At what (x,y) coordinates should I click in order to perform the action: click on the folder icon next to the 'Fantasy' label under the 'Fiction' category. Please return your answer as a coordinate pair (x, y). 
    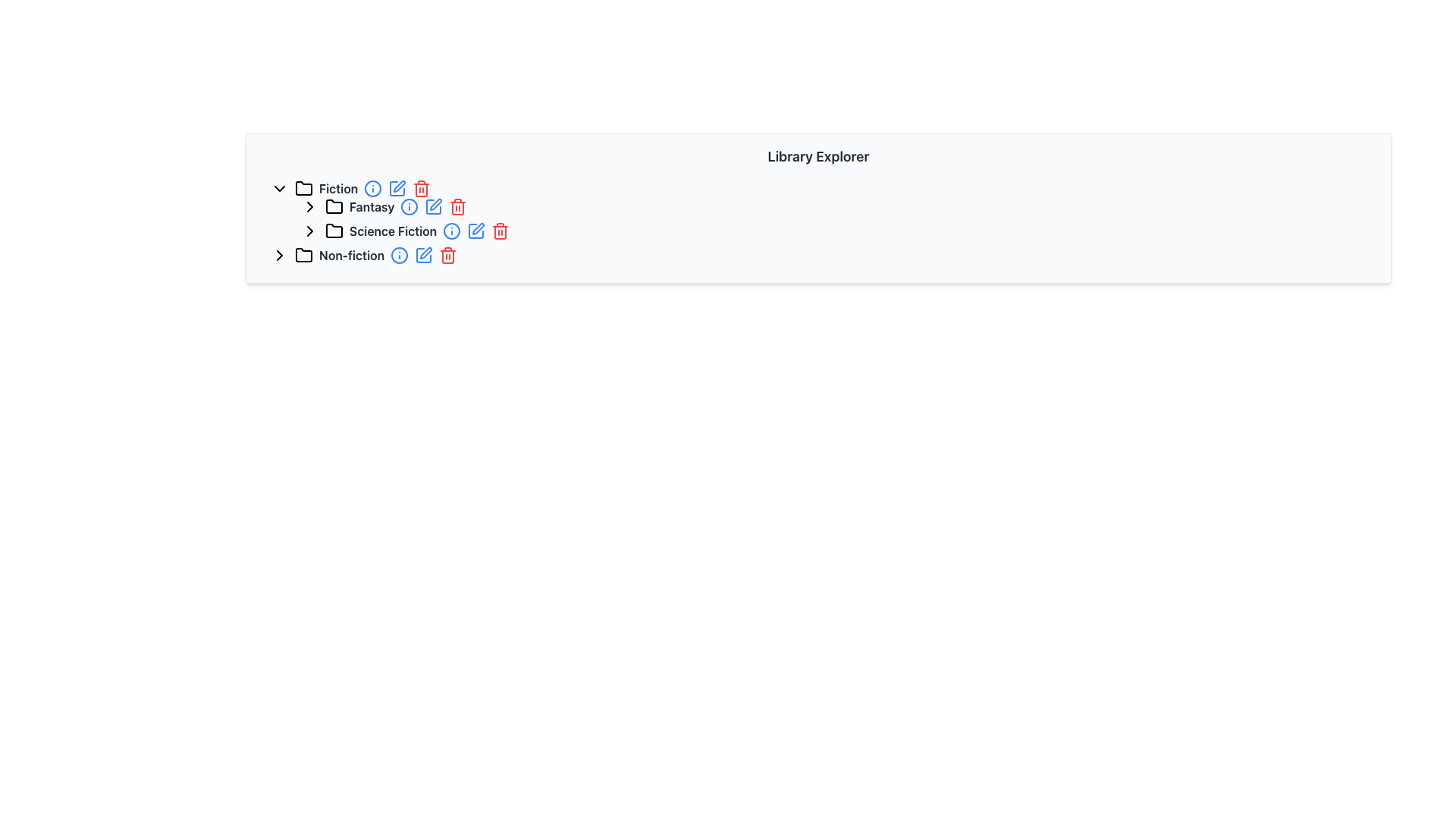
    Looking at the image, I should click on (334, 206).